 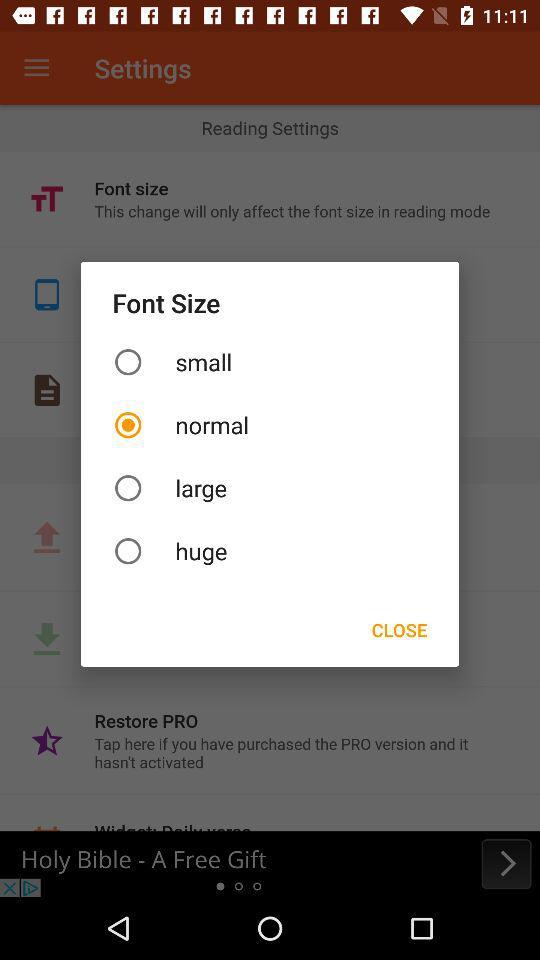 I want to click on the close item, so click(x=399, y=628).